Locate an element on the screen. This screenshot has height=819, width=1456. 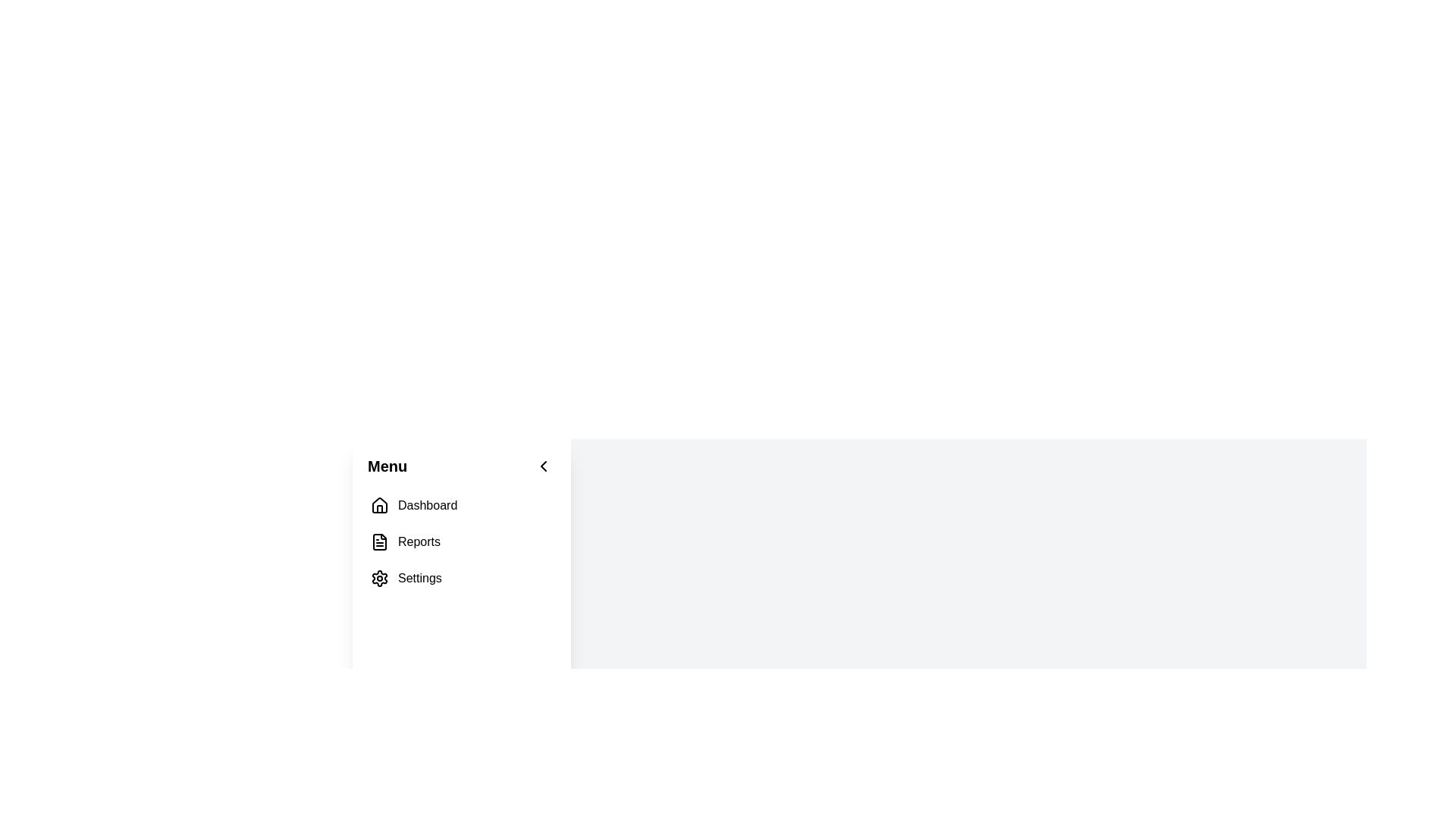
the second menu item in the vertical list is located at coordinates (461, 541).